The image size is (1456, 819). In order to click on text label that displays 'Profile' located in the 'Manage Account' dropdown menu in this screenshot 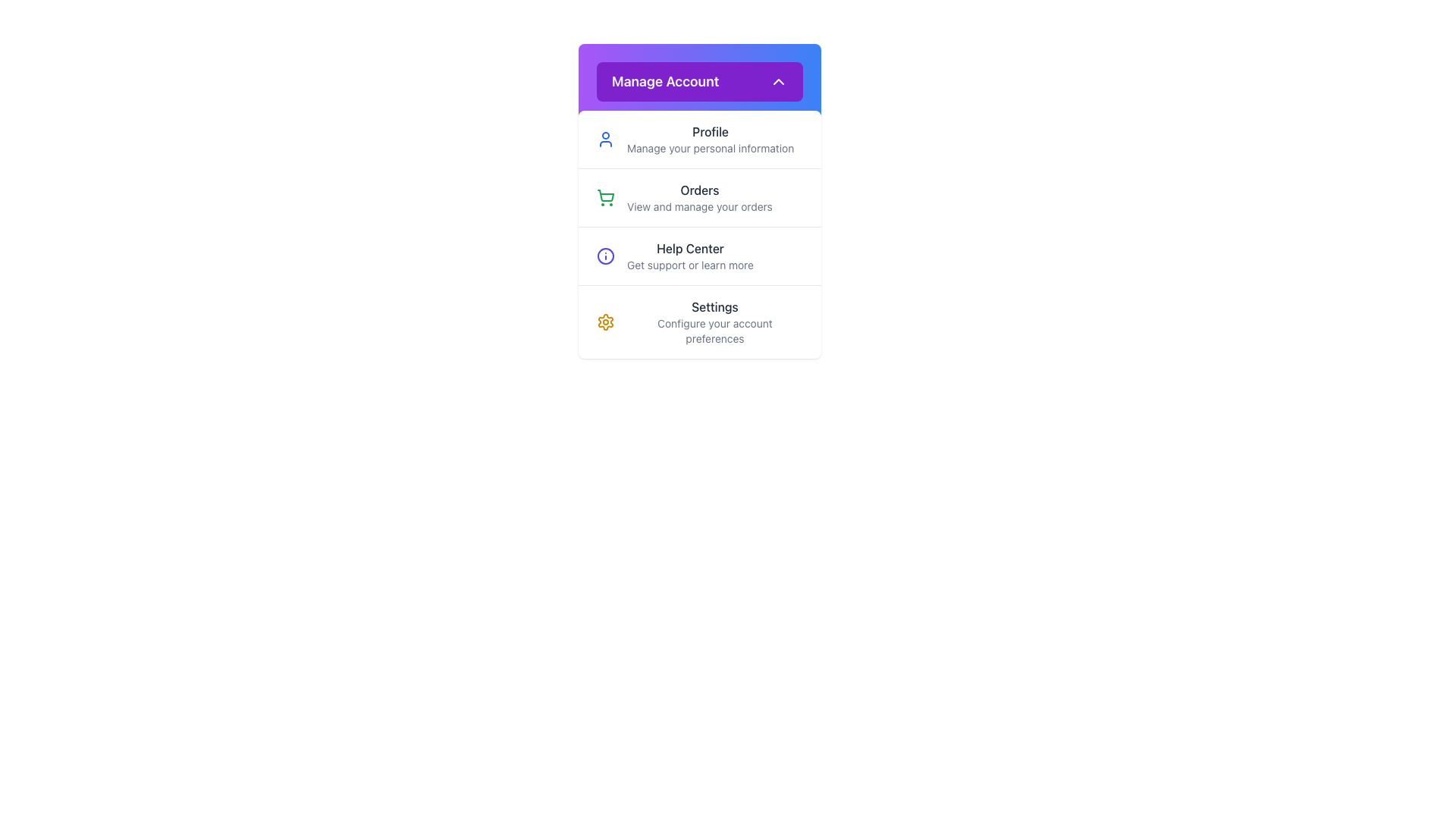, I will do `click(710, 130)`.